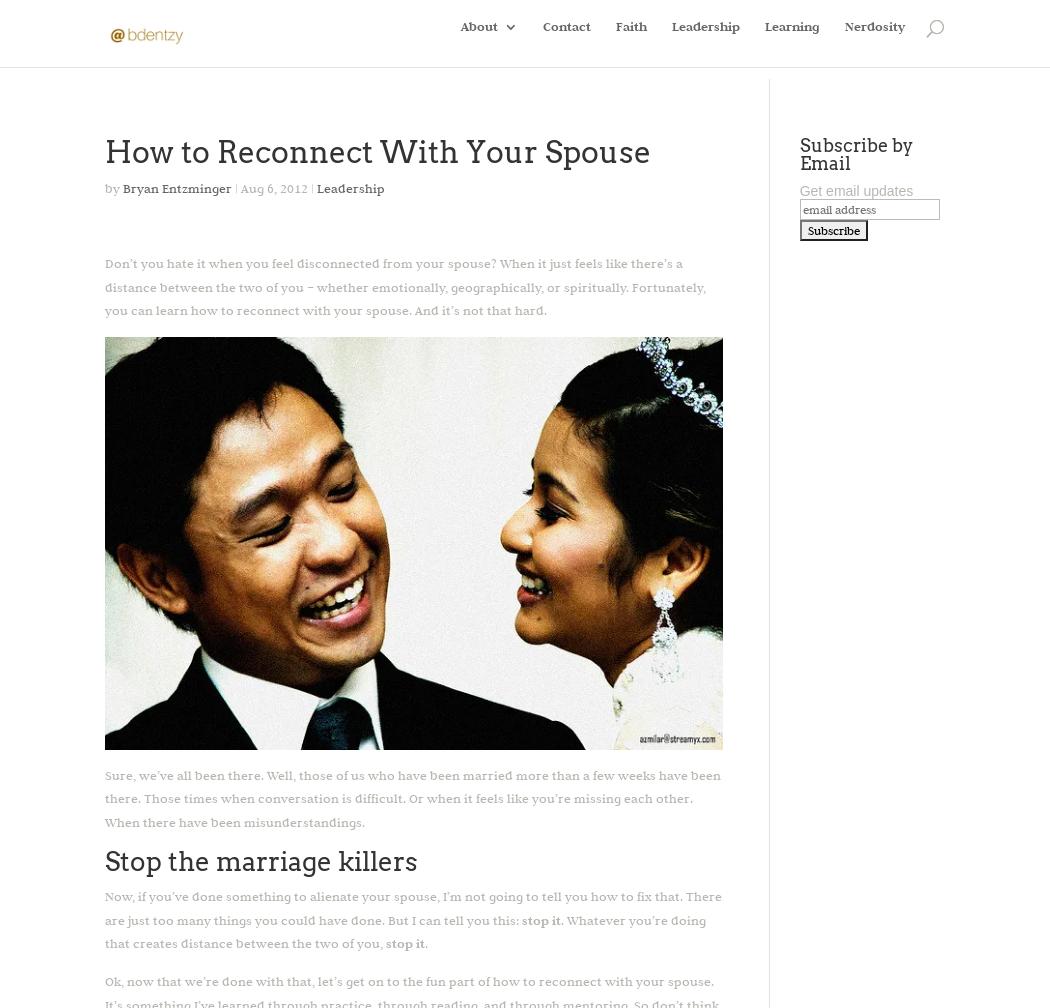 Image resolution: width=1050 pixels, height=1008 pixels. Describe the element at coordinates (261, 860) in the screenshot. I see `'Stop the marriage killers'` at that location.